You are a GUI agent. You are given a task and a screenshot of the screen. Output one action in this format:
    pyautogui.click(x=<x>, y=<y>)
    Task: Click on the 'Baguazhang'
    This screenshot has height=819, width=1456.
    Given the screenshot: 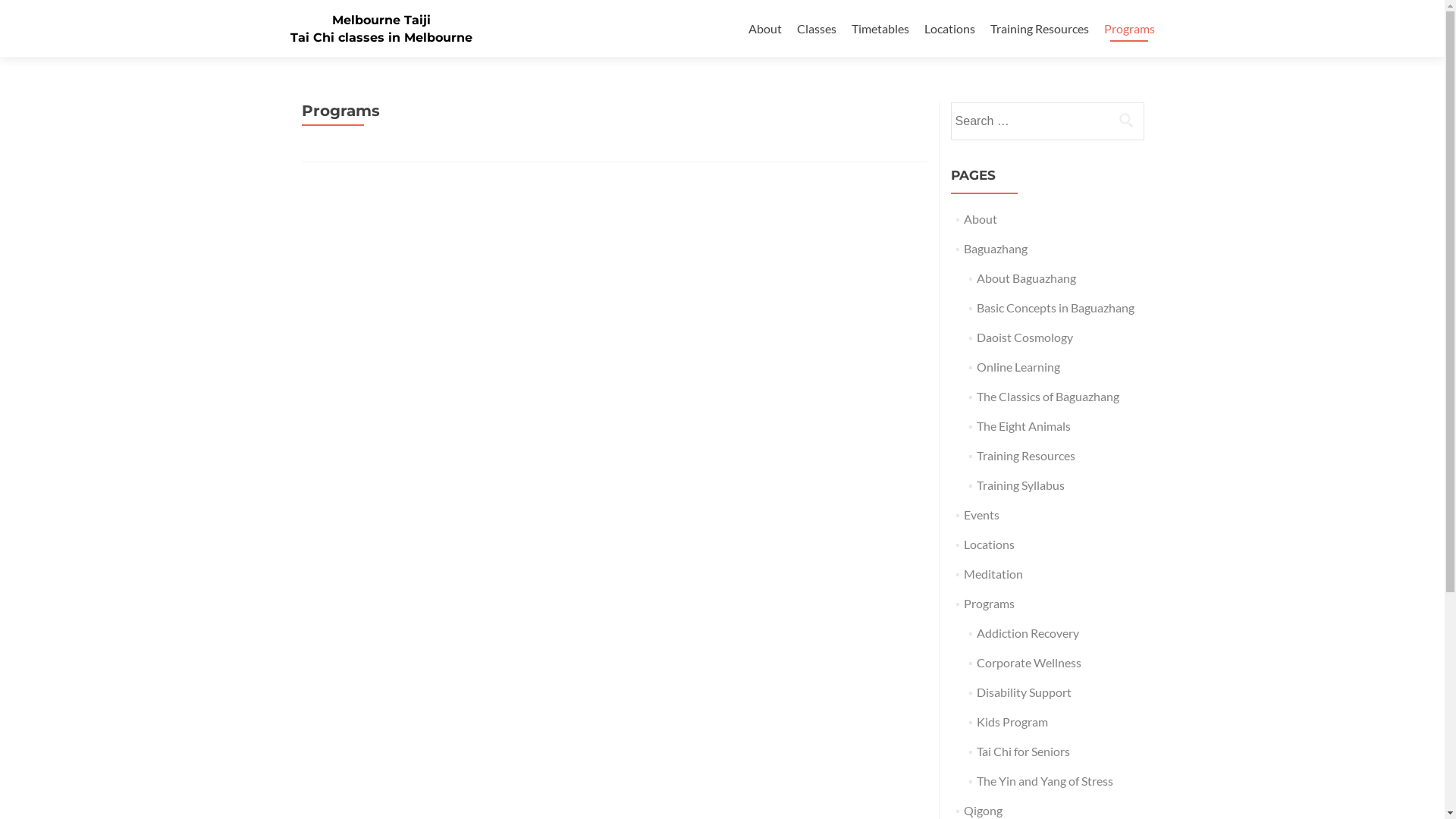 What is the action you would take?
    pyautogui.click(x=996, y=247)
    